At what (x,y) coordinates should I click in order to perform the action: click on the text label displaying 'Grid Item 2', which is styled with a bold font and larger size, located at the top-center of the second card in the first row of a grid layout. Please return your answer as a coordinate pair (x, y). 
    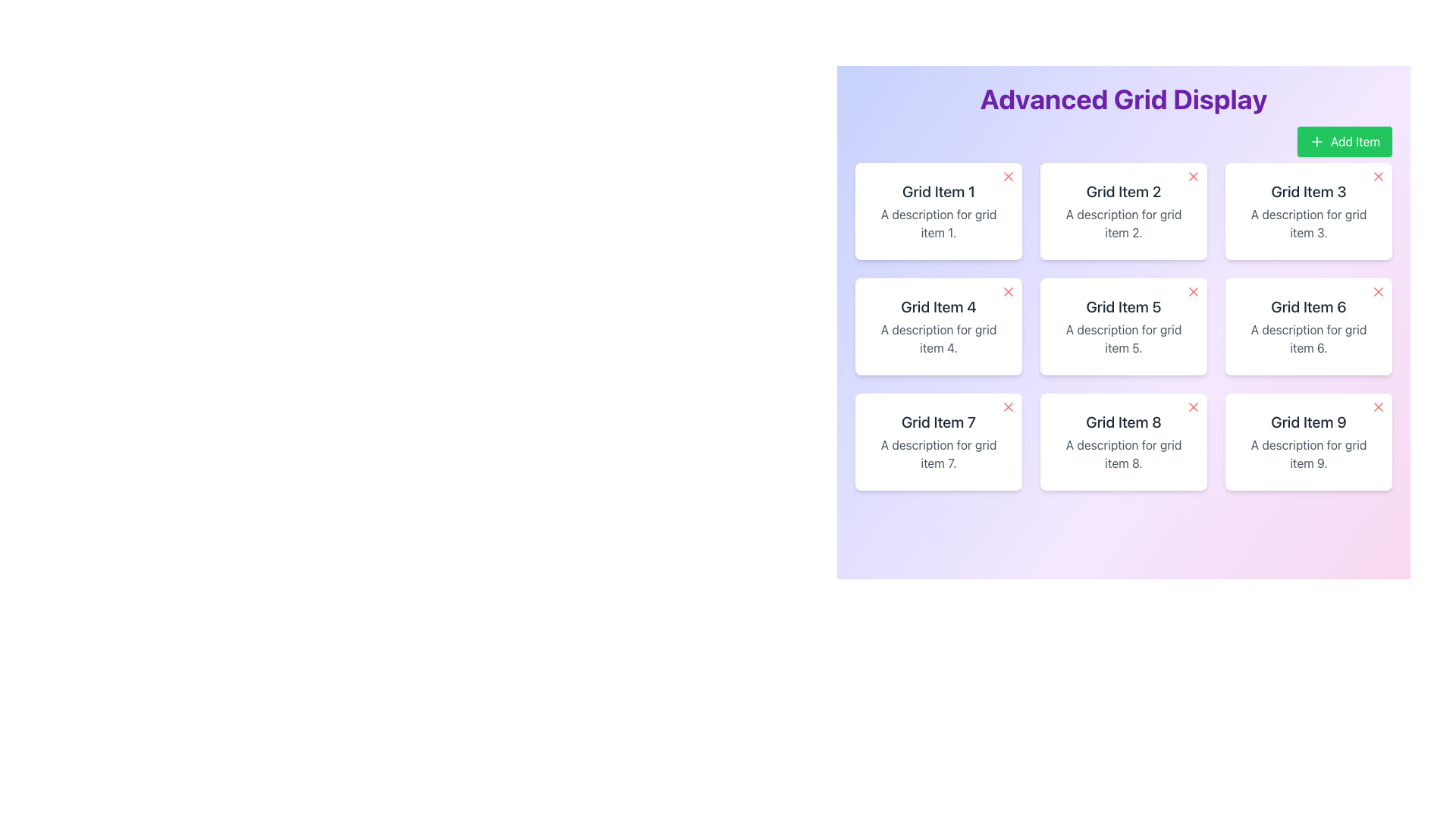
    Looking at the image, I should click on (1124, 191).